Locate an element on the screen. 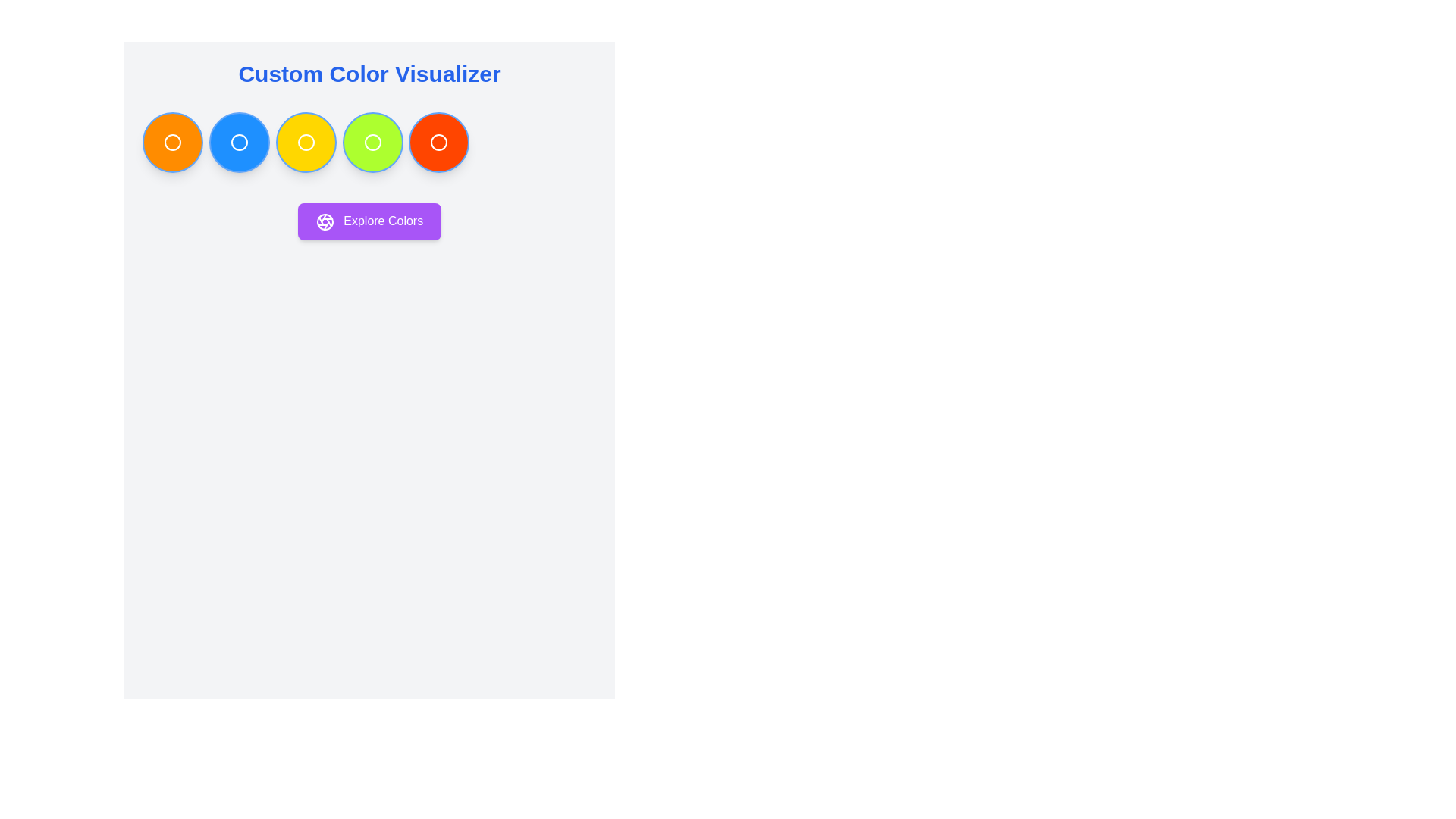 This screenshot has width=1456, height=819. the fourth SVG Circle in the sequence of five, which has a radius of 10 units and is part of the 'Custom Color Visualizer' section is located at coordinates (372, 143).